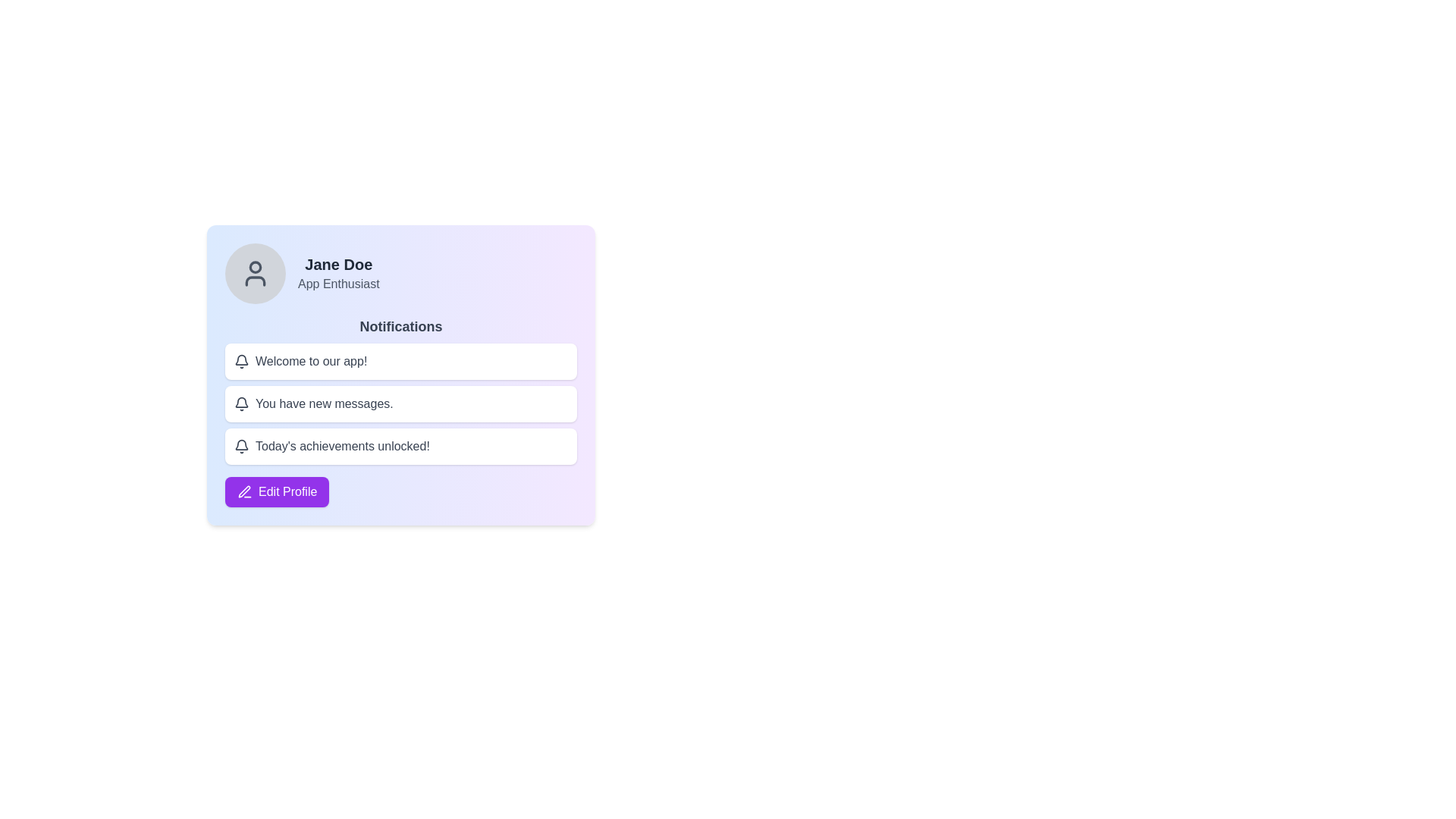 The width and height of the screenshot is (1456, 819). Describe the element at coordinates (240, 446) in the screenshot. I see `the notification icon that signifies alerts or updates, located at the bottom of the notification section, preceding the text 'Today's achievements unlocked!'` at that location.